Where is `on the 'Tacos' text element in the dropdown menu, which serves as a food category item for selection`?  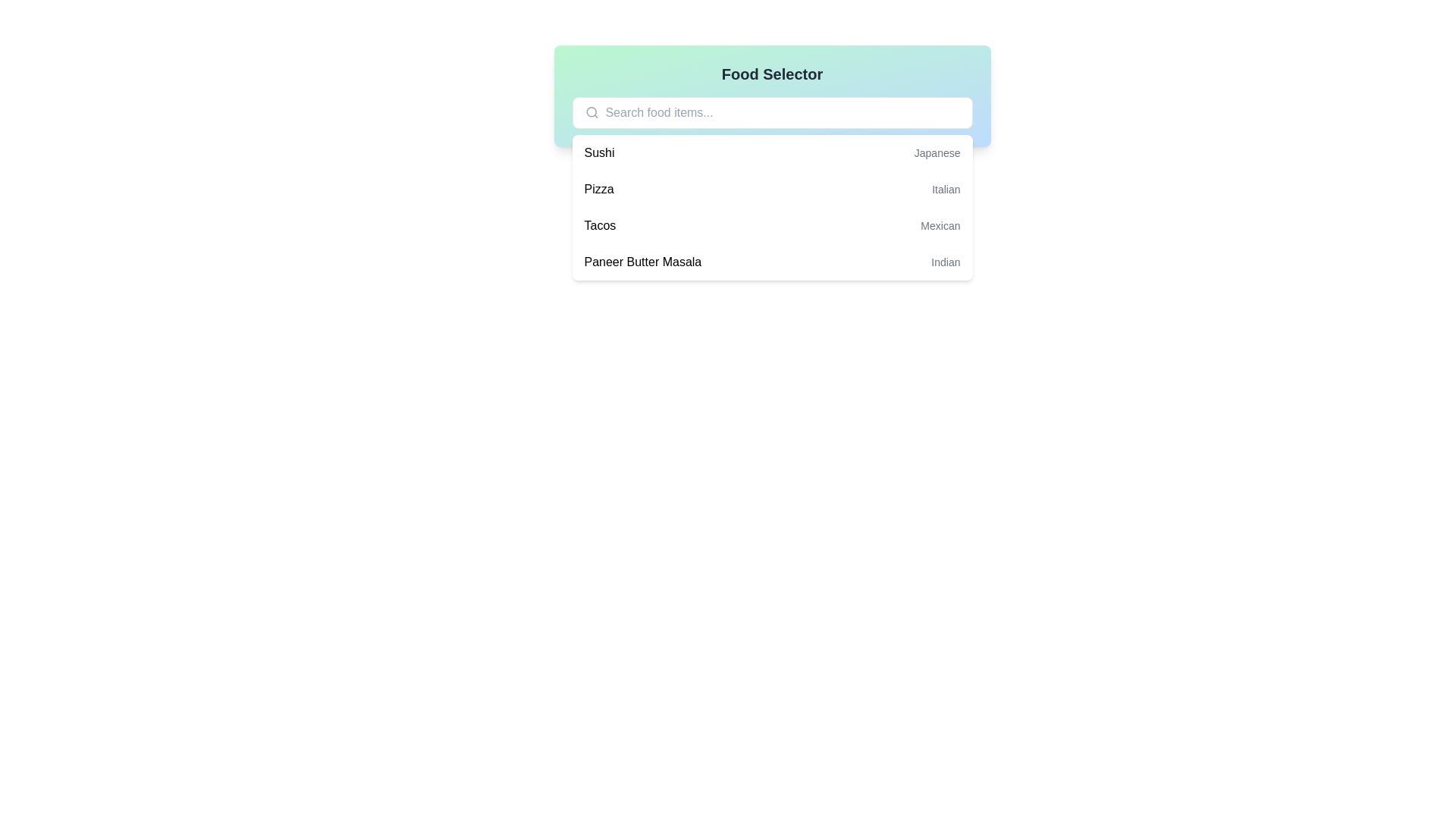
on the 'Tacos' text element in the dropdown menu, which serves as a food category item for selection is located at coordinates (599, 225).